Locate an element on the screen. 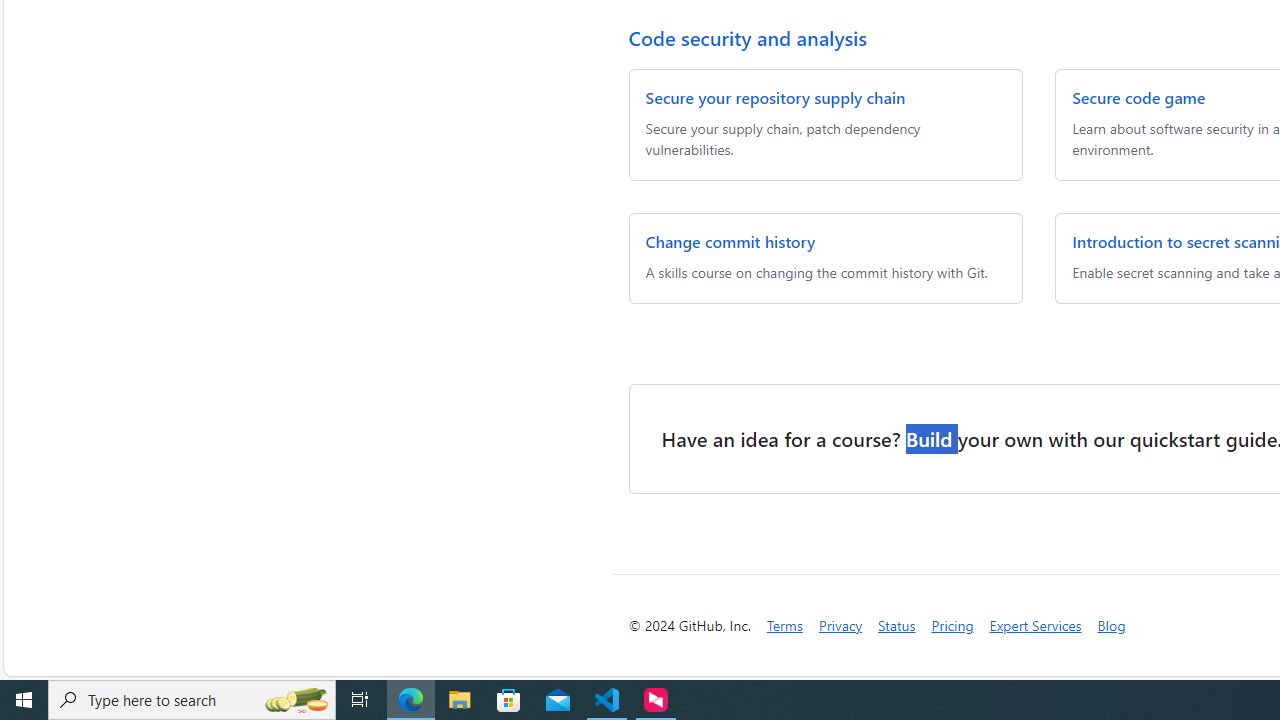 The width and height of the screenshot is (1280, 720). 'Status' is located at coordinates (896, 624).